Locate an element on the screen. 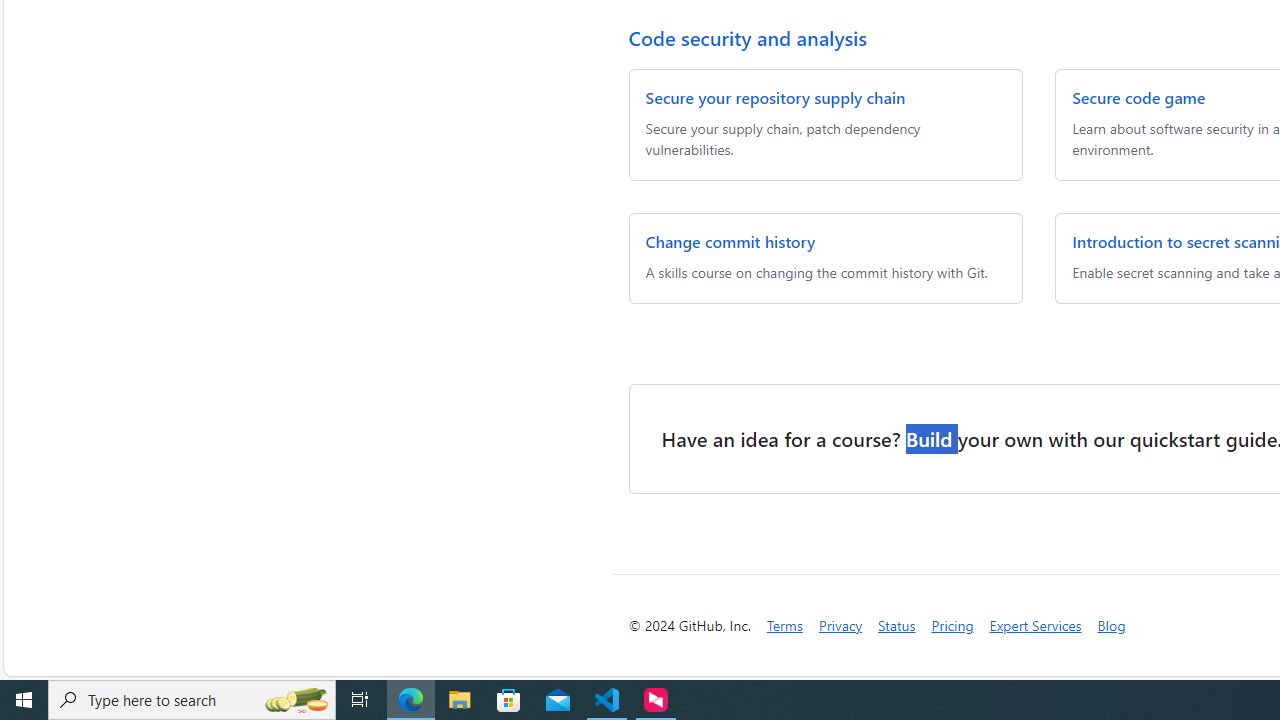 The width and height of the screenshot is (1280, 720). 'Status' is located at coordinates (896, 624).